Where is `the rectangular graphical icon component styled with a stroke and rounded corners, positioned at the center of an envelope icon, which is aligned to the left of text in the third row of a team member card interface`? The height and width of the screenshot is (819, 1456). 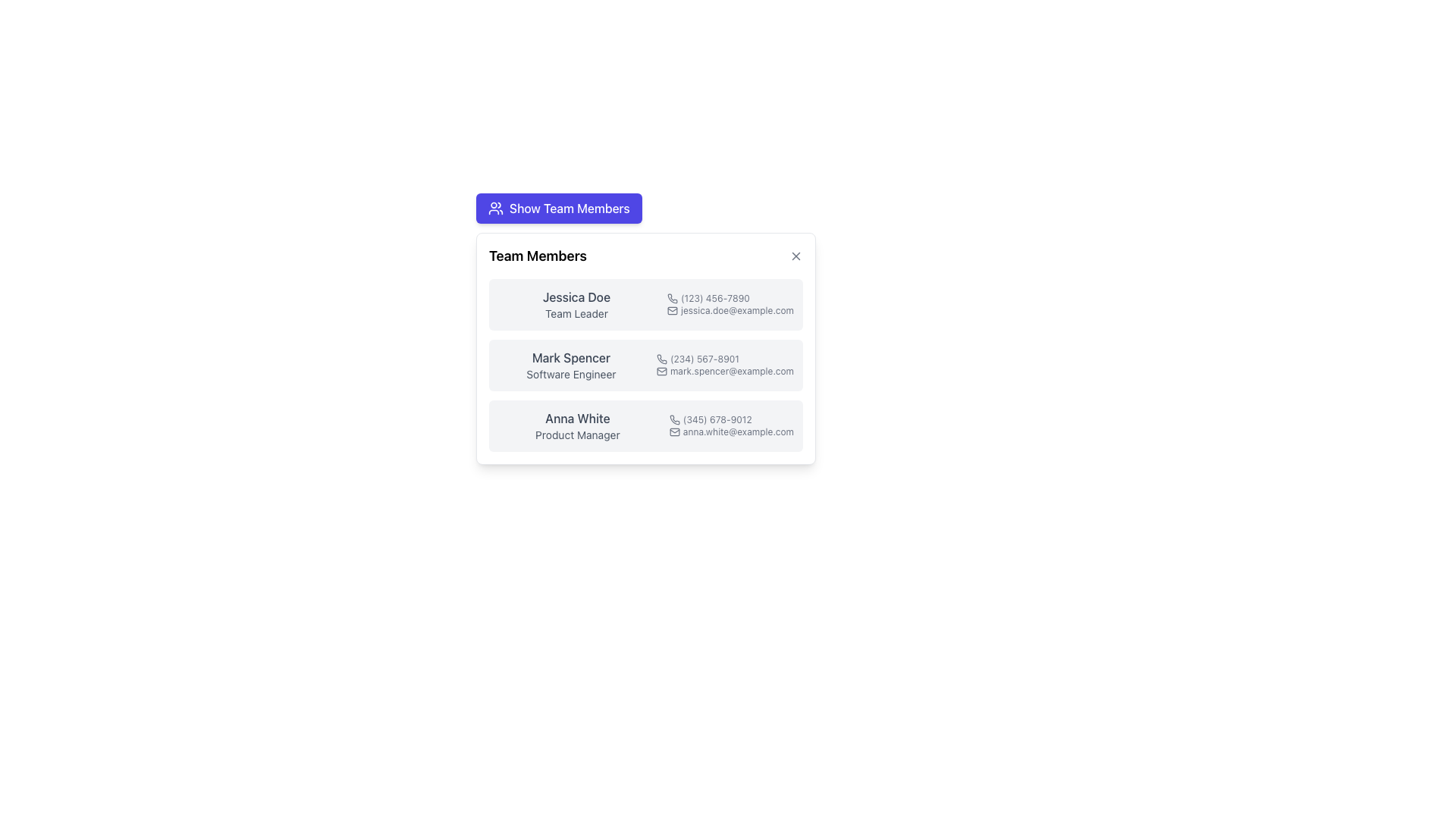 the rectangular graphical icon component styled with a stroke and rounded corners, positioned at the center of an envelope icon, which is aligned to the left of text in the third row of a team member card interface is located at coordinates (673, 432).